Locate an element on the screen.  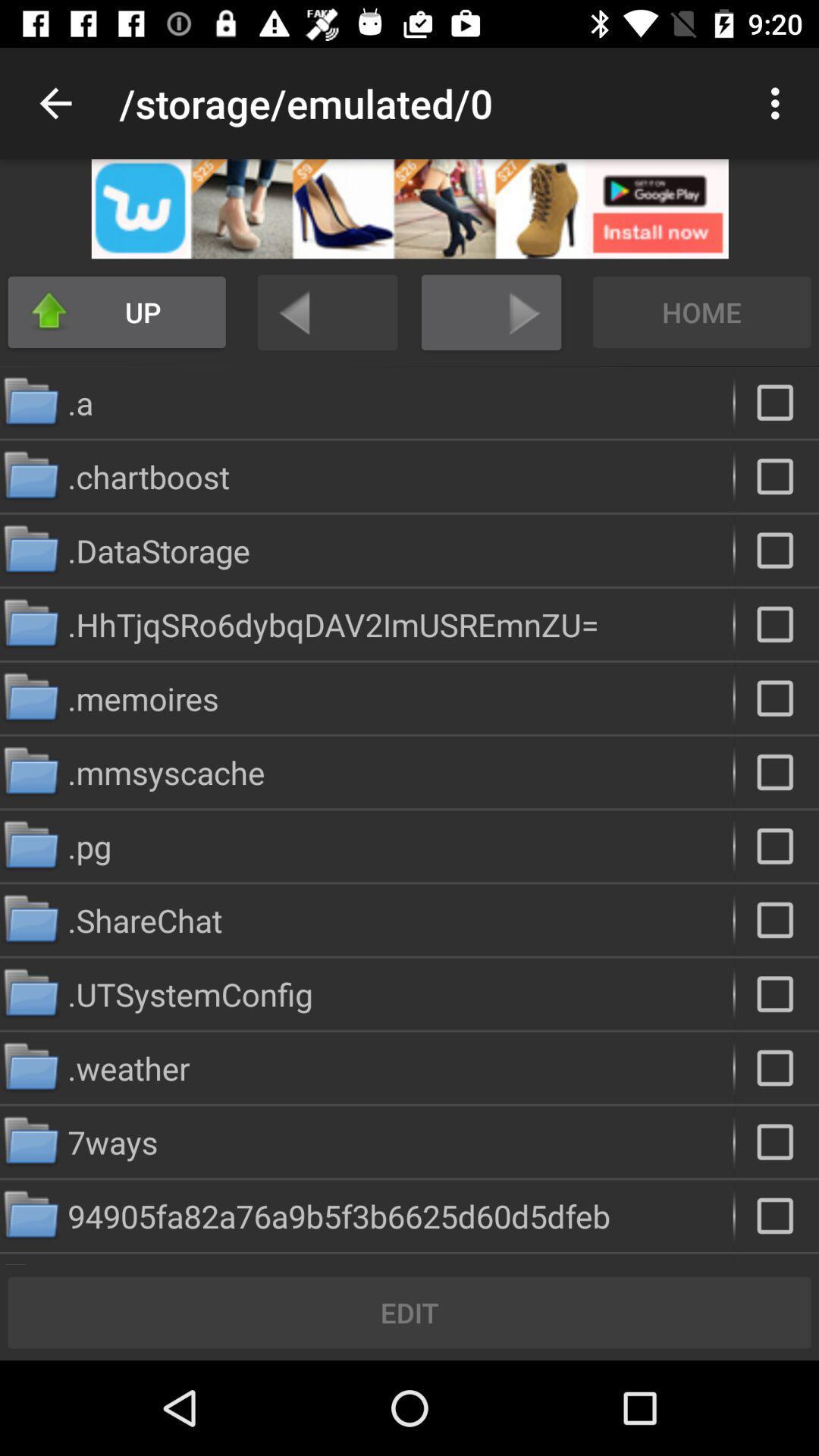
next is located at coordinates (491, 312).